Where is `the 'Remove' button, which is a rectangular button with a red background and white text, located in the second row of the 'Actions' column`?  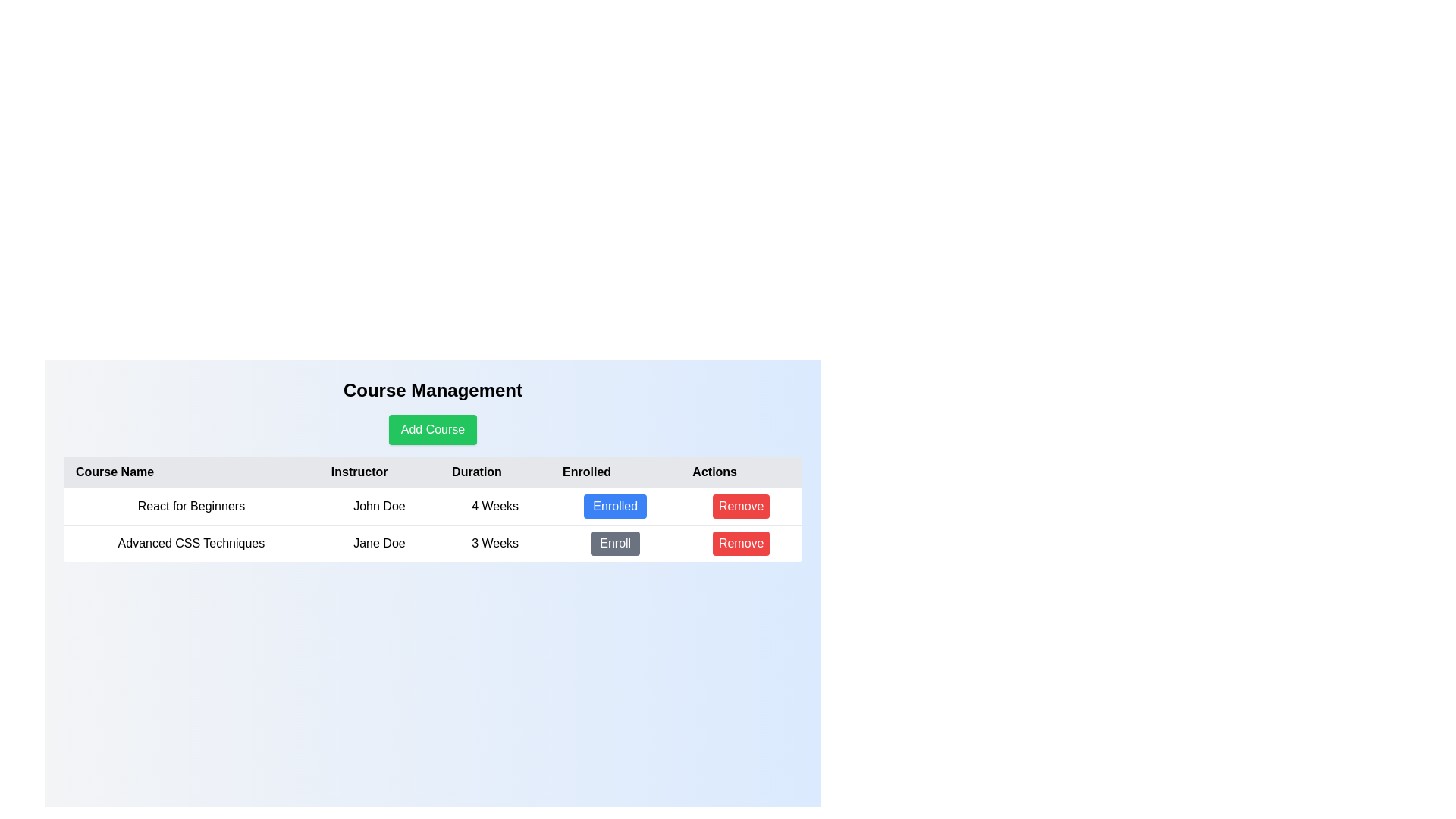 the 'Remove' button, which is a rectangular button with a red background and white text, located in the second row of the 'Actions' column is located at coordinates (741, 542).